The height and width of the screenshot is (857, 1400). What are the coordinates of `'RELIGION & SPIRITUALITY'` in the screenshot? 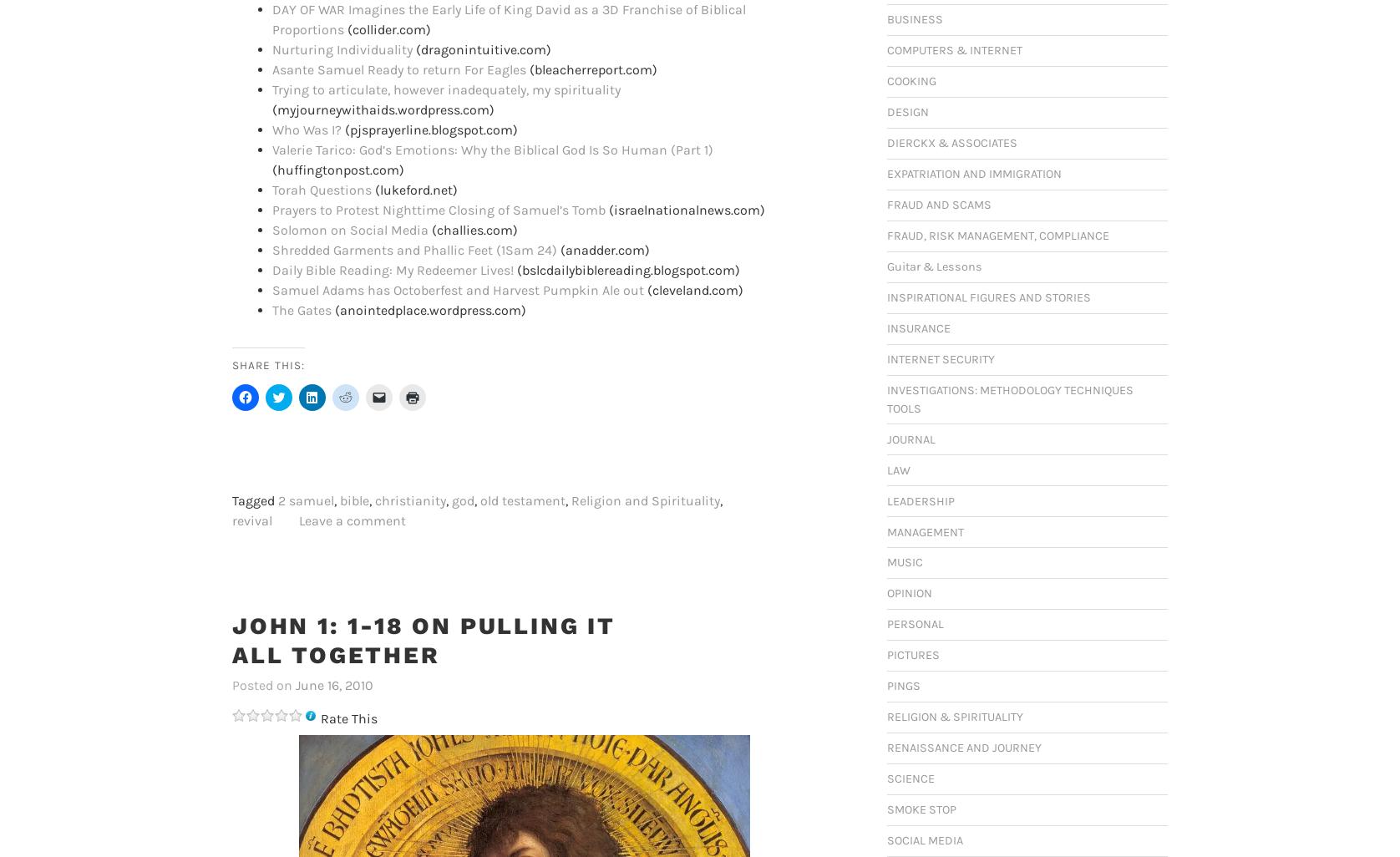 It's located at (954, 717).